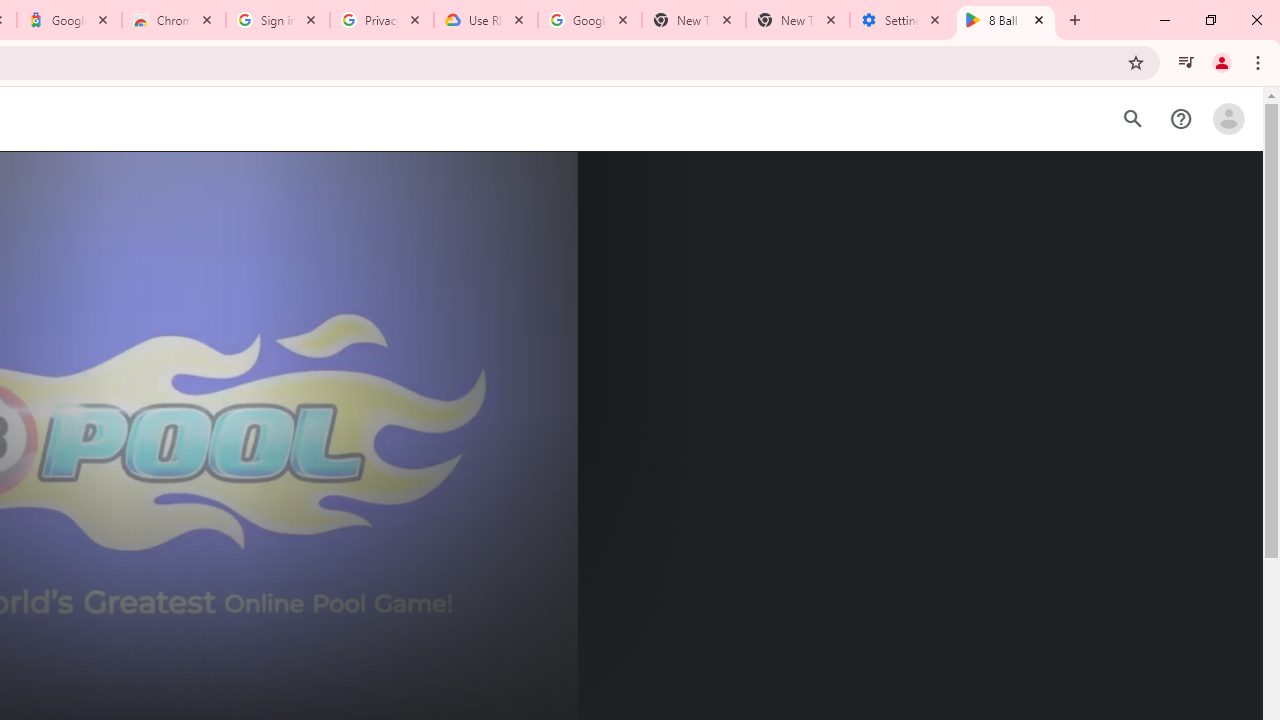 The height and width of the screenshot is (720, 1280). What do you see at coordinates (797, 20) in the screenshot?
I see `'New Tab'` at bounding box center [797, 20].